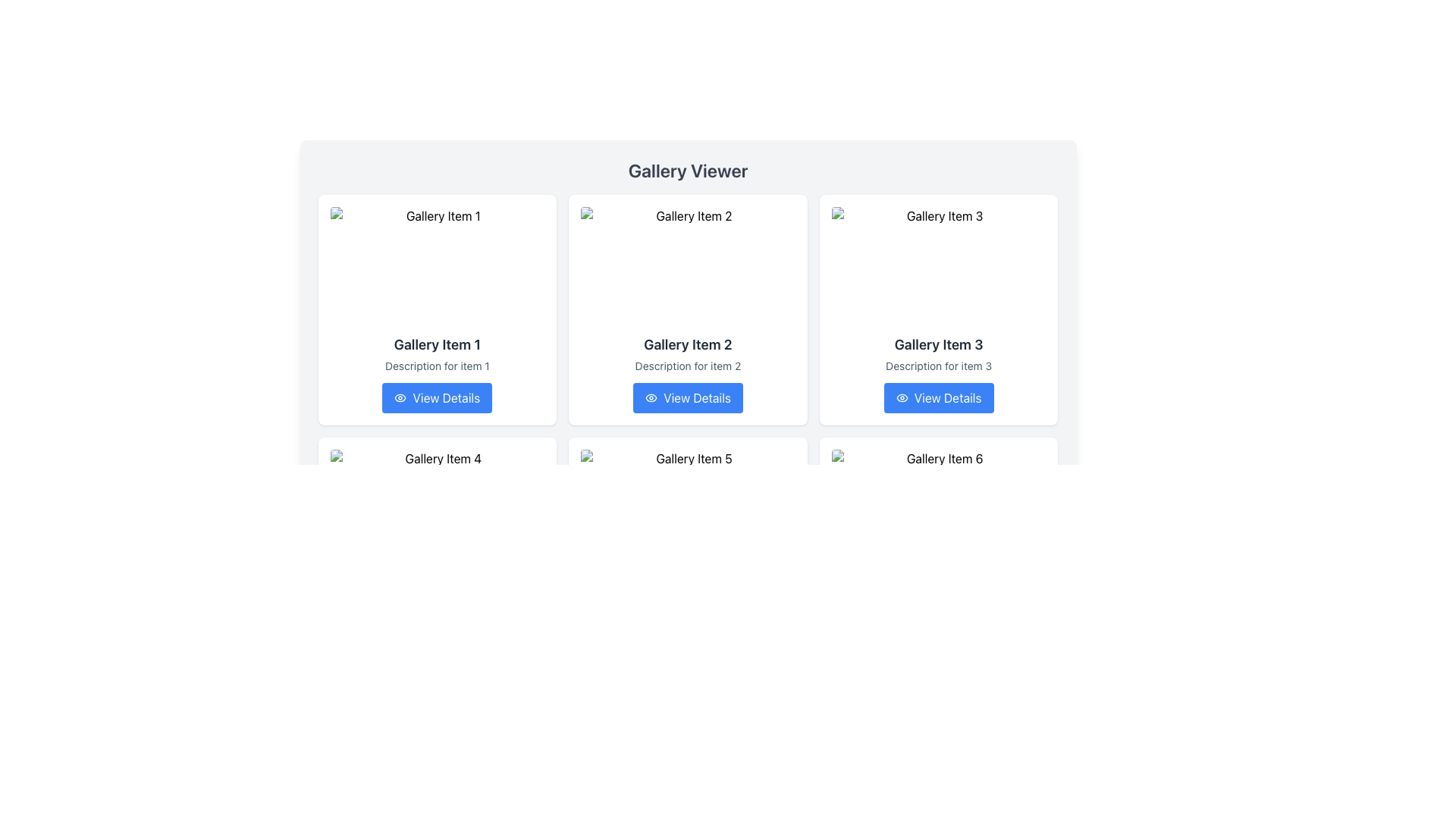 This screenshot has height=819, width=1456. Describe the element at coordinates (436, 345) in the screenshot. I see `the static text label displaying 'Gallery Item 1', which is the title of the first card in the gallery layout` at that location.